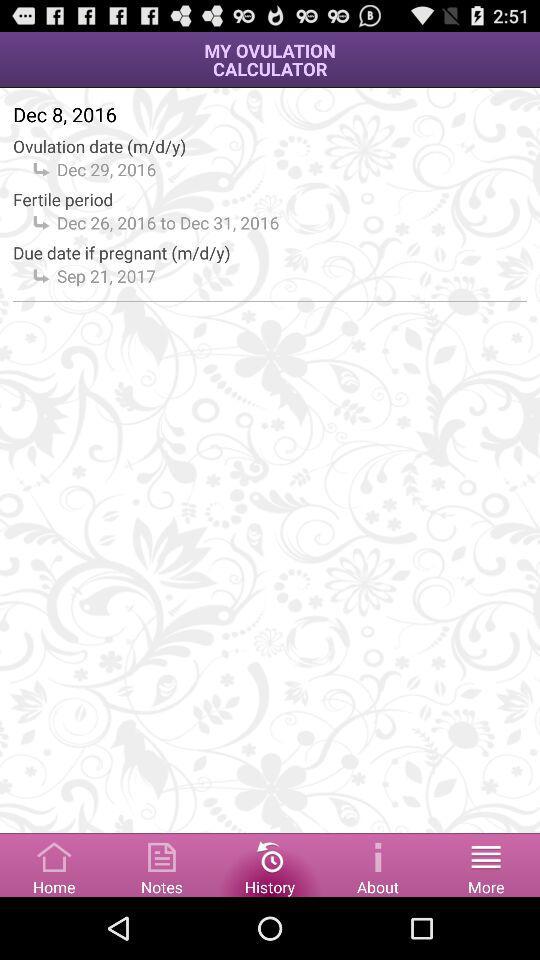 The height and width of the screenshot is (960, 540). What do you see at coordinates (270, 863) in the screenshot?
I see `show history` at bounding box center [270, 863].